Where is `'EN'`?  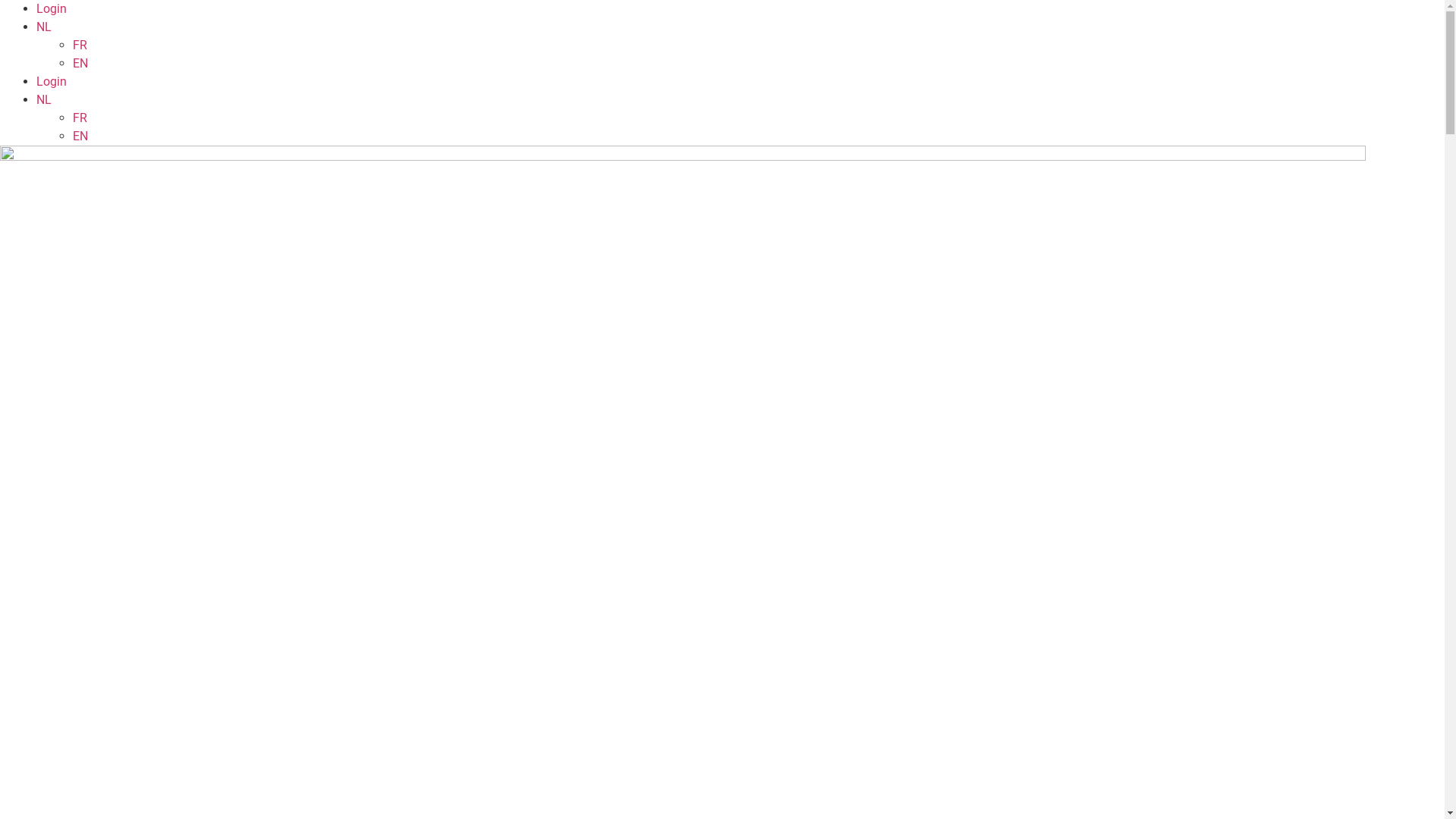
'EN' is located at coordinates (72, 135).